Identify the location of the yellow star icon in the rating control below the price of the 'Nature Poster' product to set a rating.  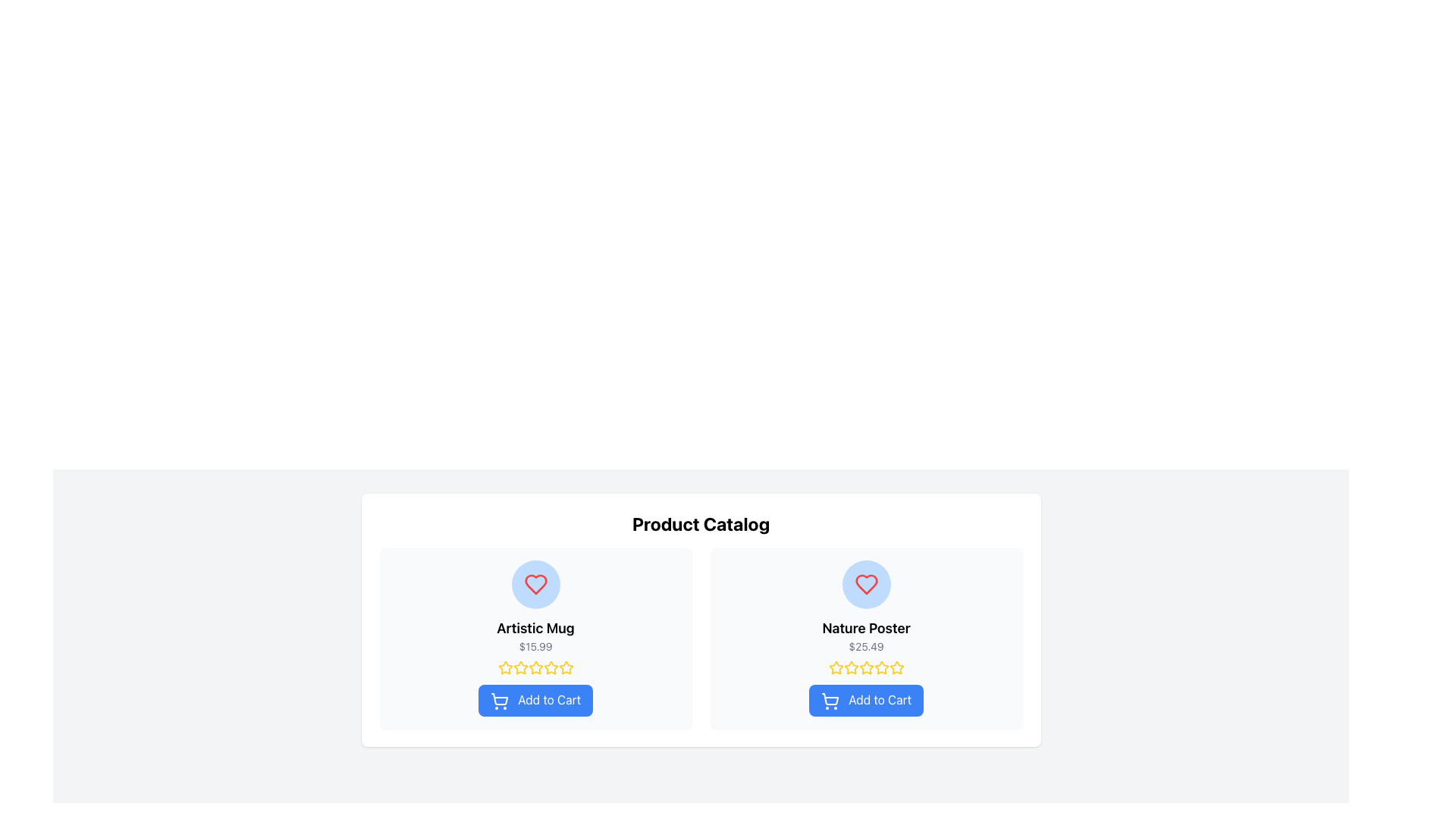
(866, 667).